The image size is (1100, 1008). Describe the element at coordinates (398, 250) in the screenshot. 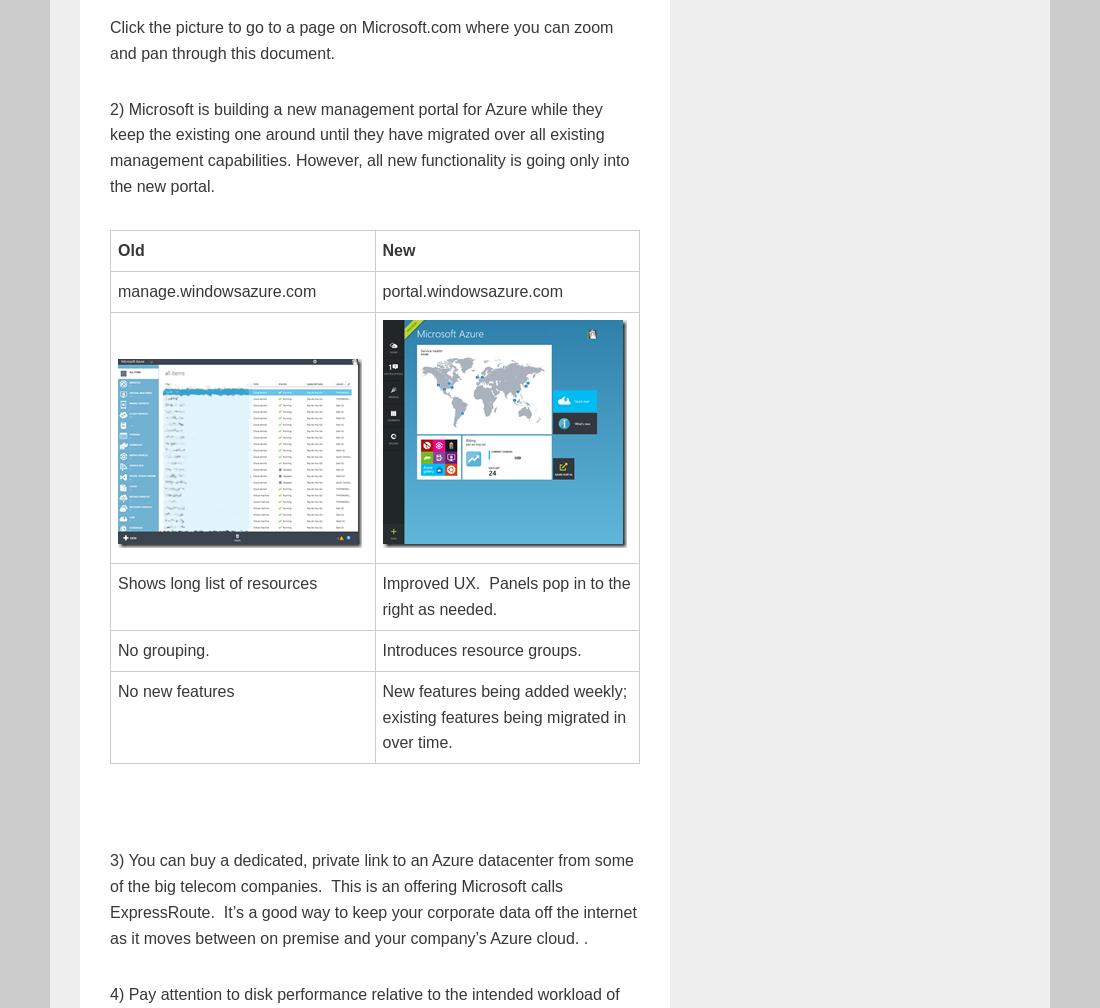

I see `'New'` at that location.